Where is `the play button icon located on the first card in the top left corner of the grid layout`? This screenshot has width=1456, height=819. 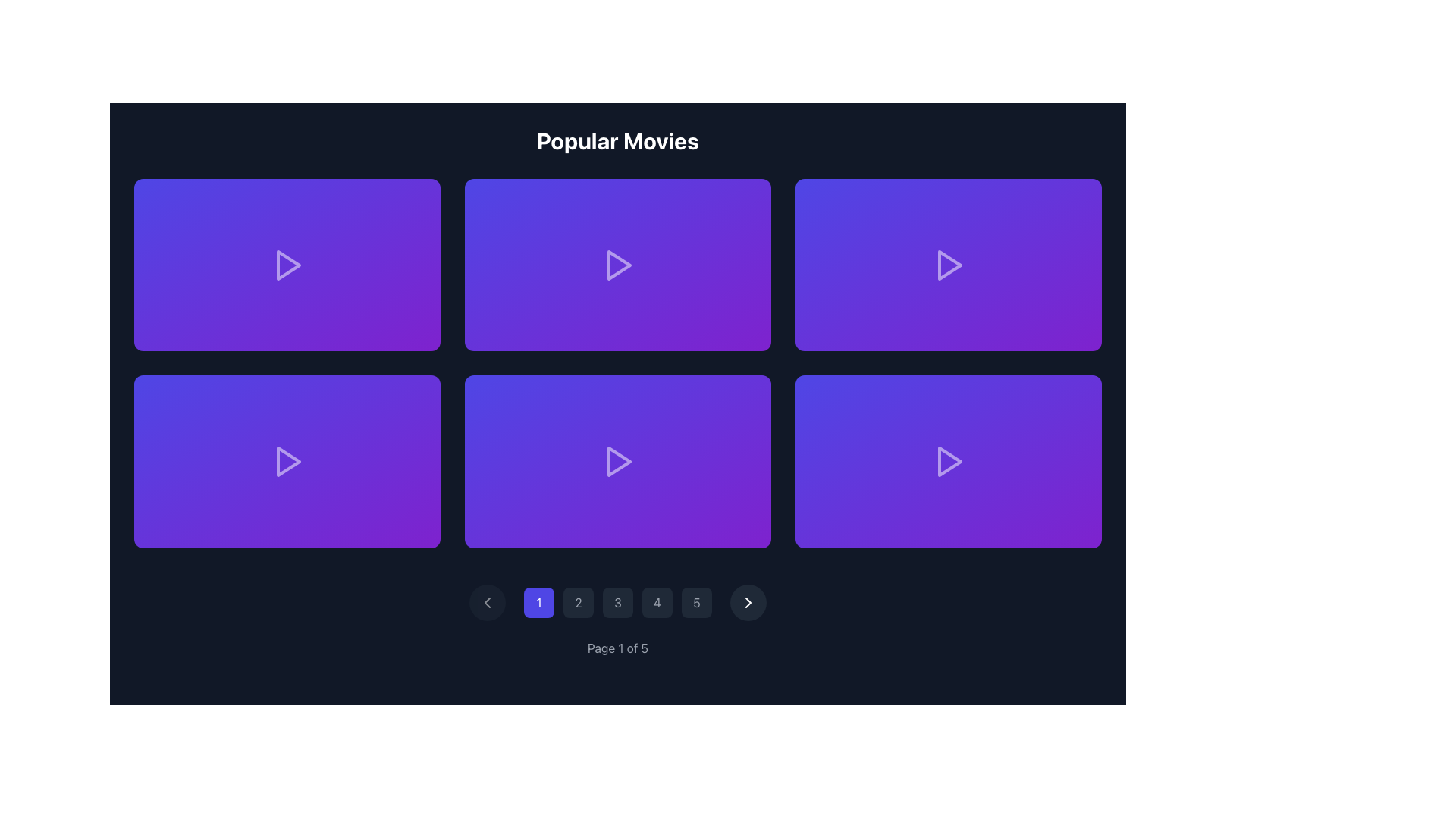 the play button icon located on the first card in the top left corner of the grid layout is located at coordinates (287, 263).